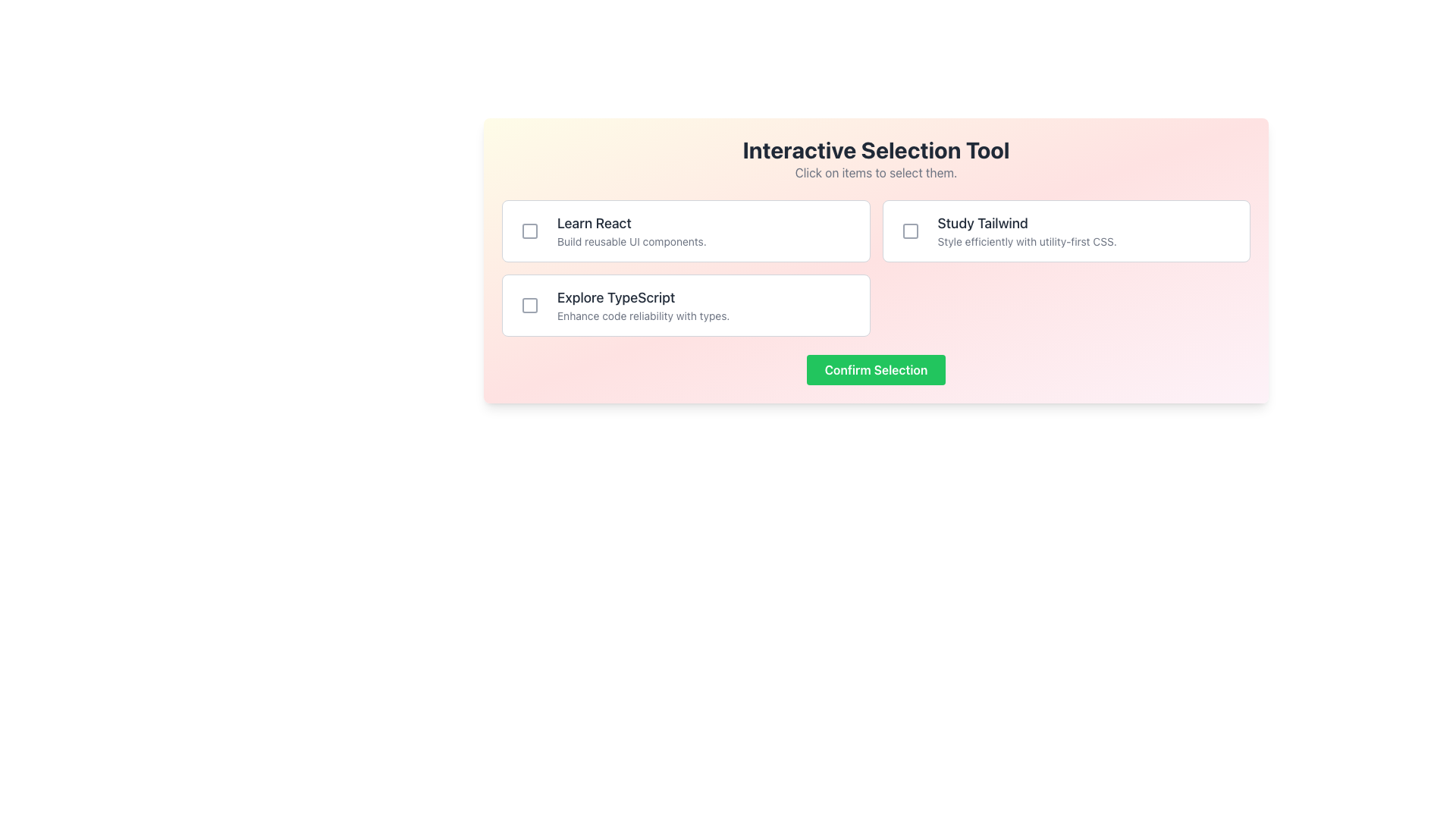 This screenshot has width=1456, height=819. Describe the element at coordinates (632, 241) in the screenshot. I see `the static text element that reads 'Build reusable UI components.' which is styled in a smaller, gray font and positioned beneath the bolded title 'Learn React'` at that location.